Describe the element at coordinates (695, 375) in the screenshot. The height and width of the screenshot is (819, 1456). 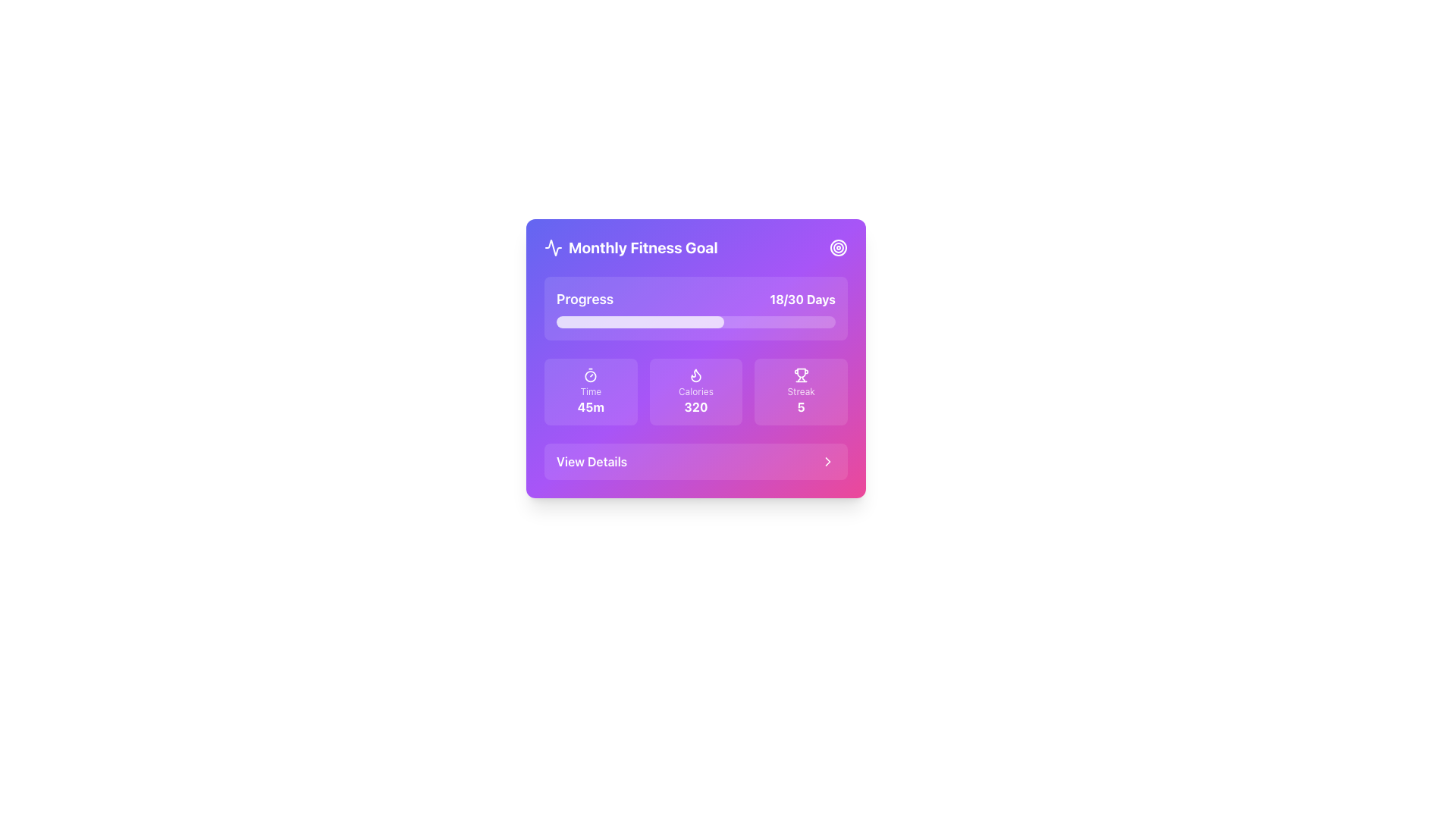
I see `the calorie burning icon, which is the first visual component in the 'Calories' section above the labels 'Calories' and '320'` at that location.